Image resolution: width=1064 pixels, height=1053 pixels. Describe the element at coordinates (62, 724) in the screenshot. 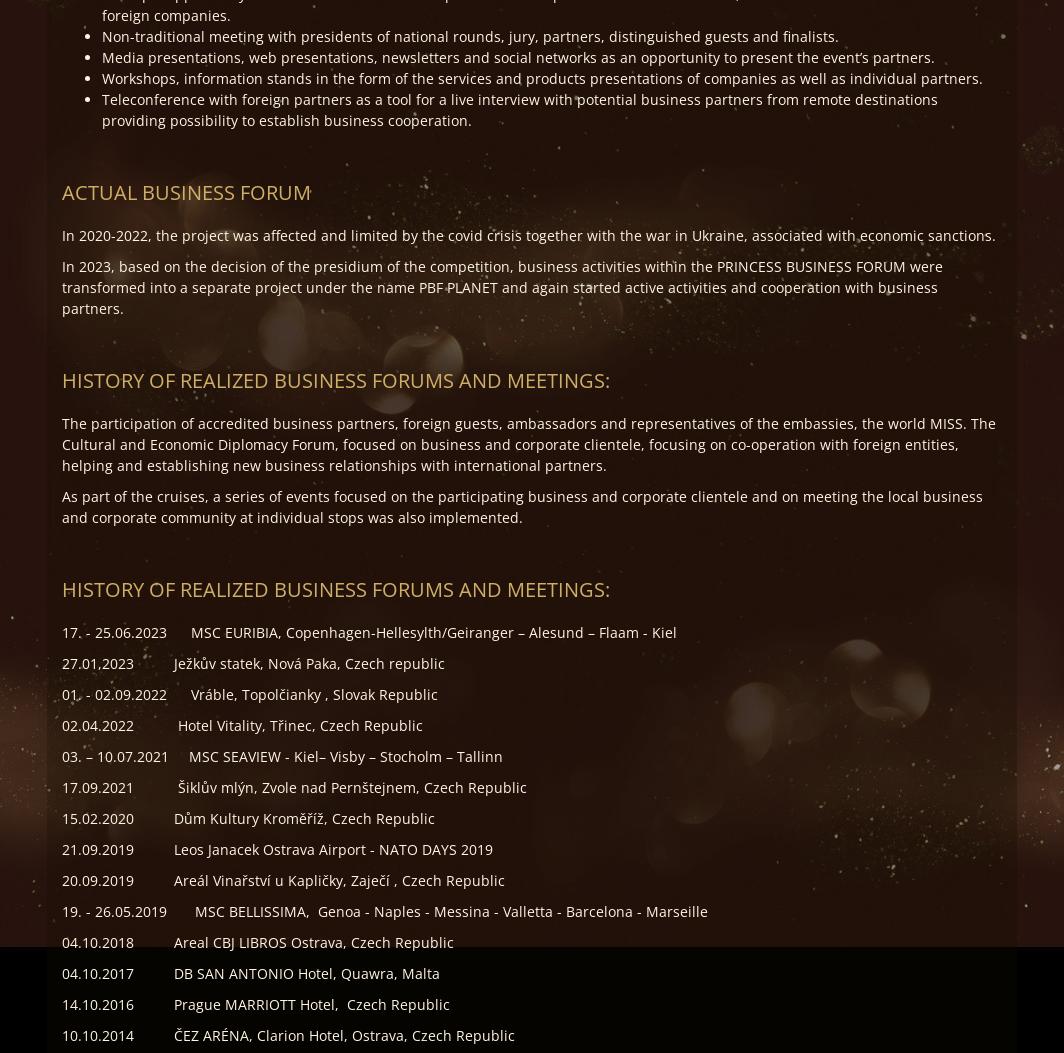

I see `'02.04.2022           Hotel Vitality, Třinec, Czech Republic'` at that location.